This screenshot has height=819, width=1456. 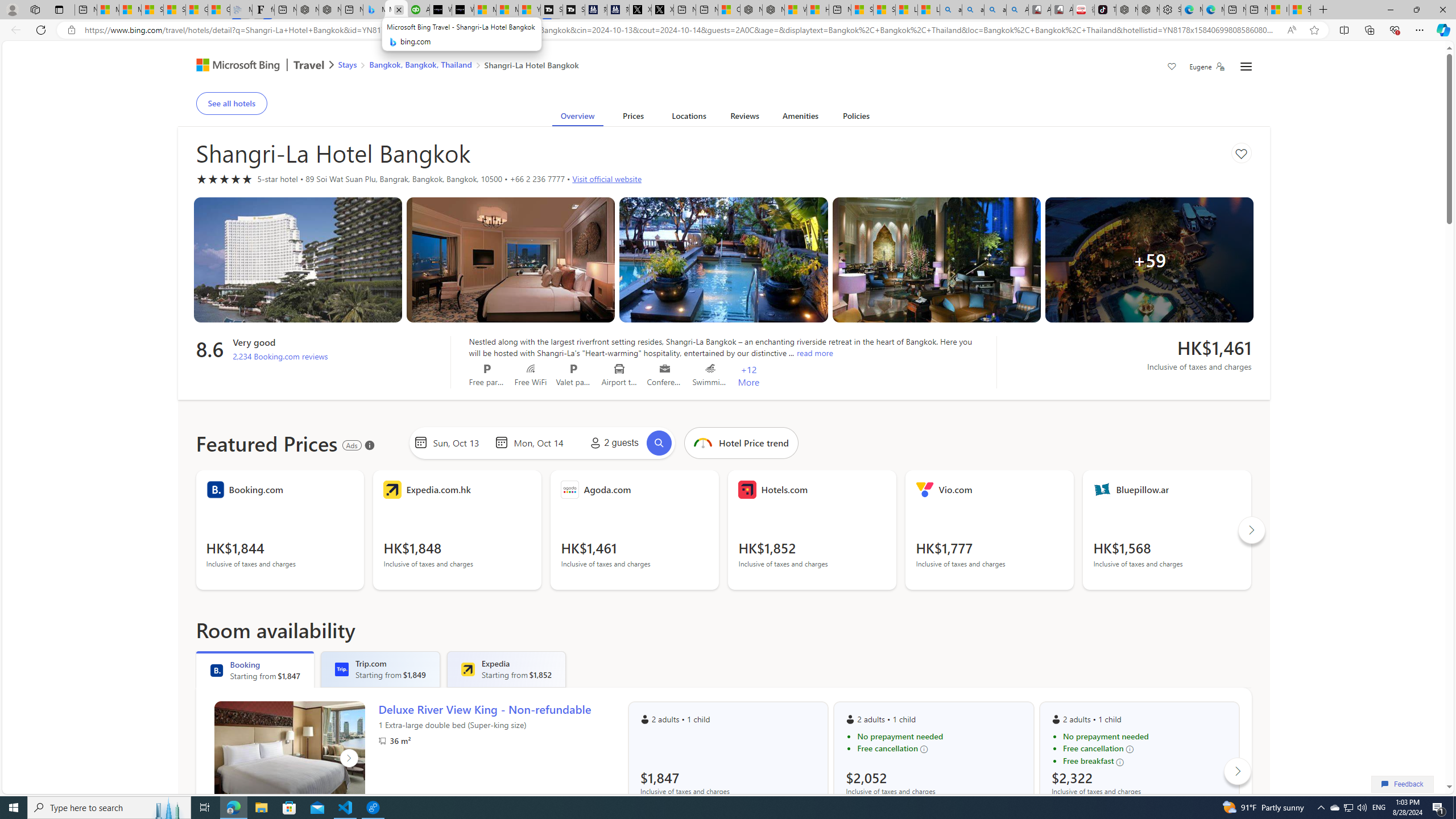 I want to click on 'Hotel room image + 59', so click(x=1149, y=259).